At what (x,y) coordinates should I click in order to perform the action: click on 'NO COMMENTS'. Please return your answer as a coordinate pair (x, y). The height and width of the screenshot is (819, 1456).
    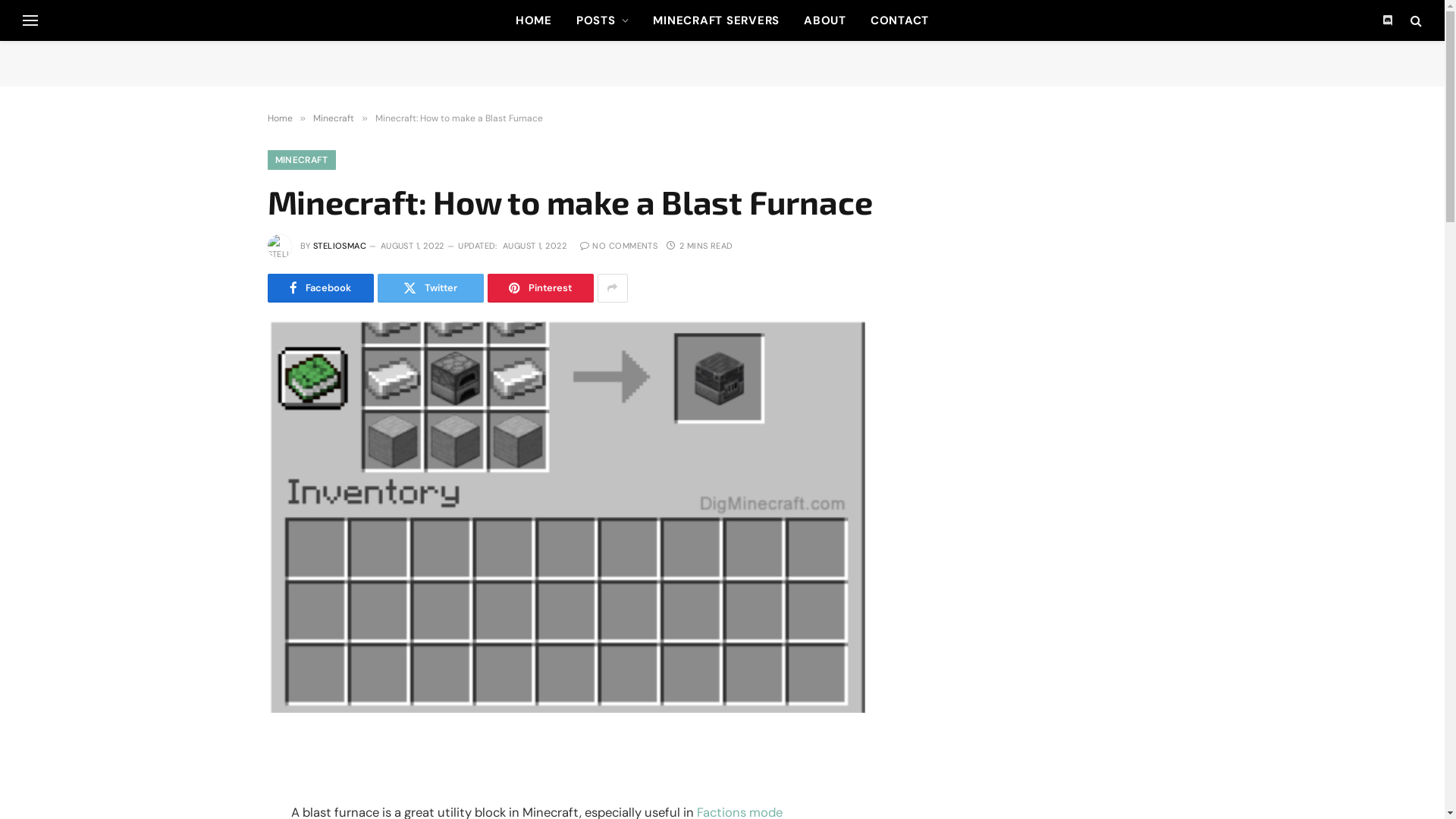
    Looking at the image, I should click on (619, 245).